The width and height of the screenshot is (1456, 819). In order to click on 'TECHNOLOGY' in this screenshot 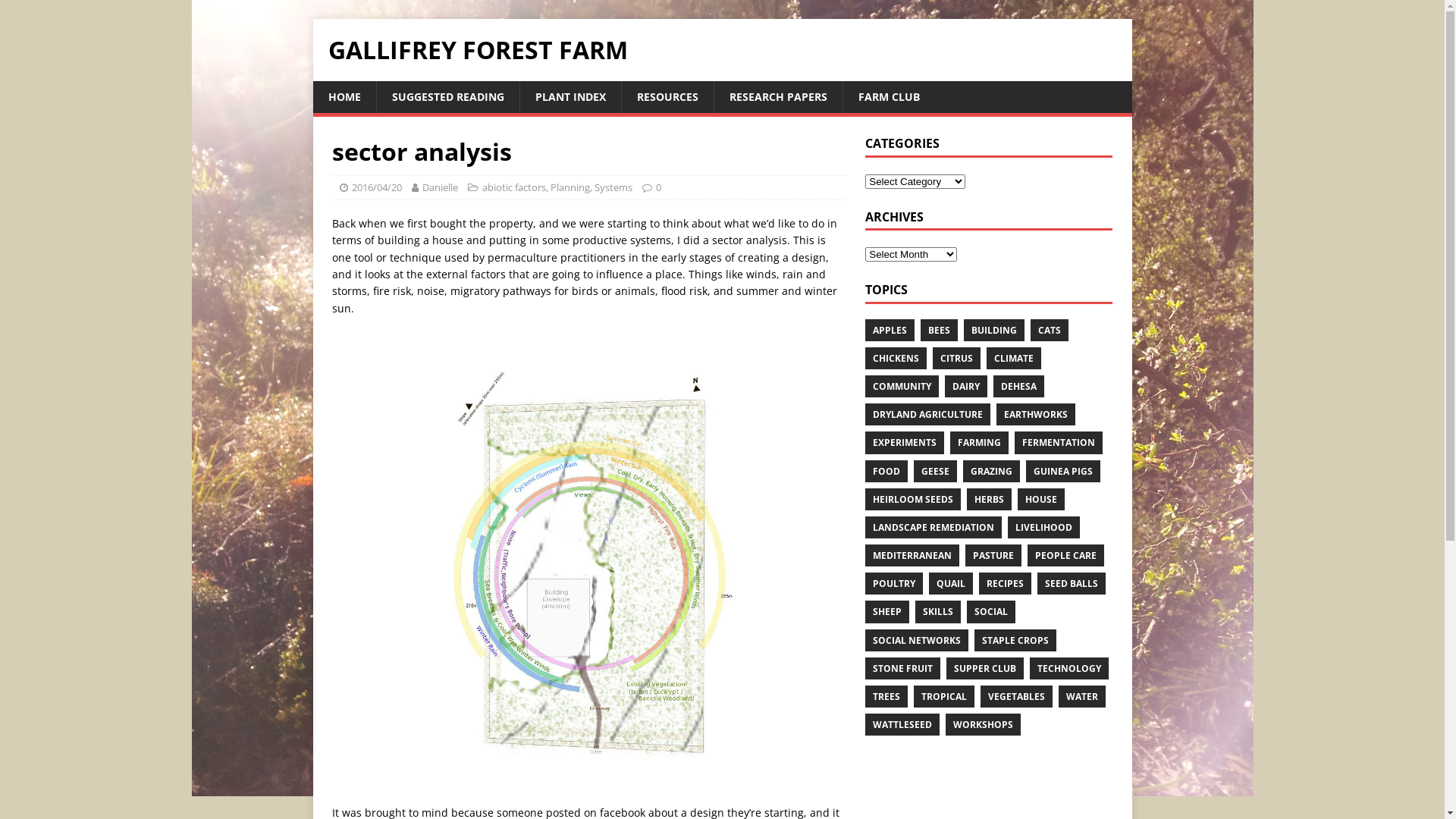, I will do `click(1068, 667)`.